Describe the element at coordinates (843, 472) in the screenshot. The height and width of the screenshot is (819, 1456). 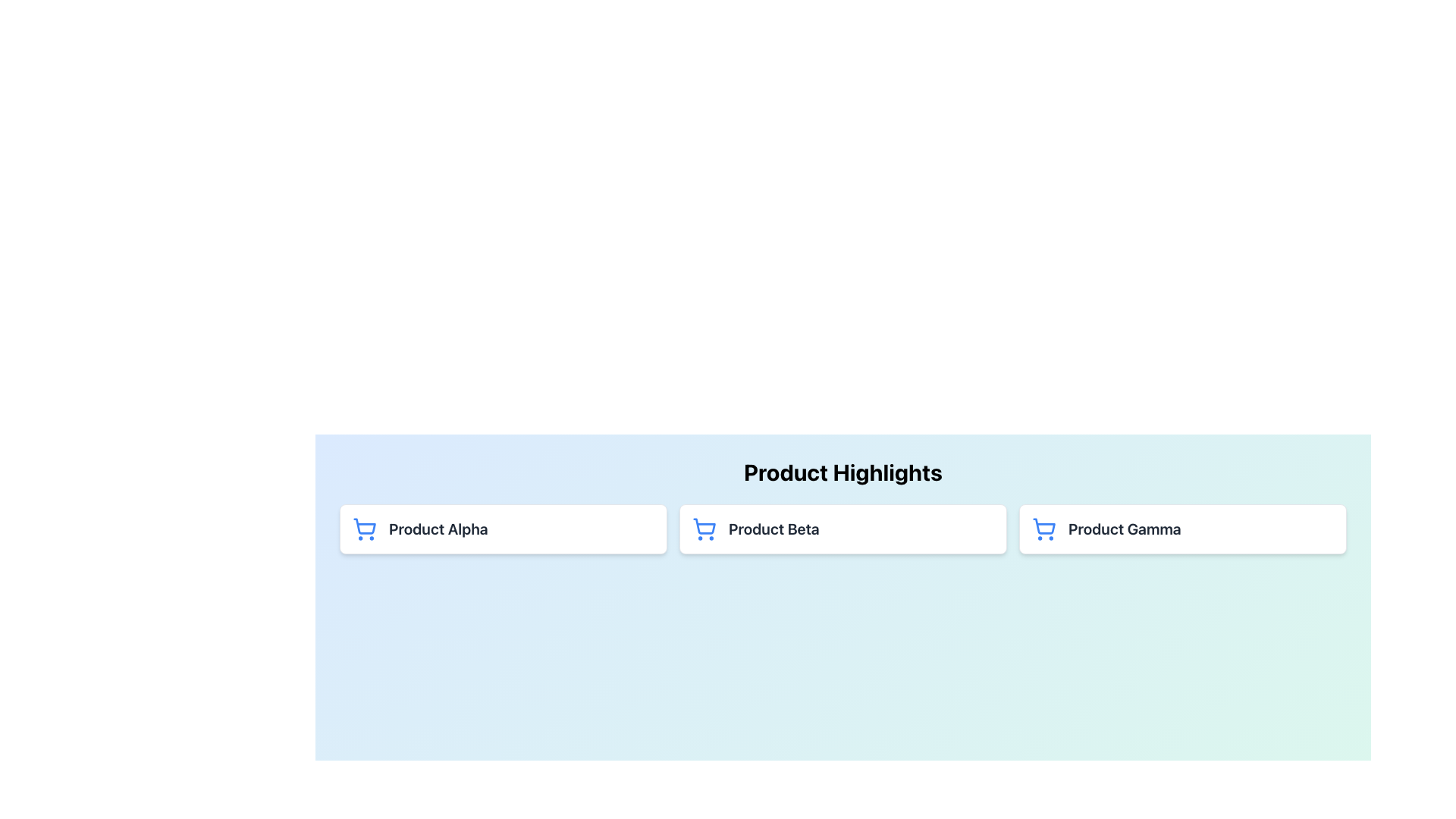
I see `the heading element that introduces the section containing product details, positioned above the grid layout of product cards` at that location.